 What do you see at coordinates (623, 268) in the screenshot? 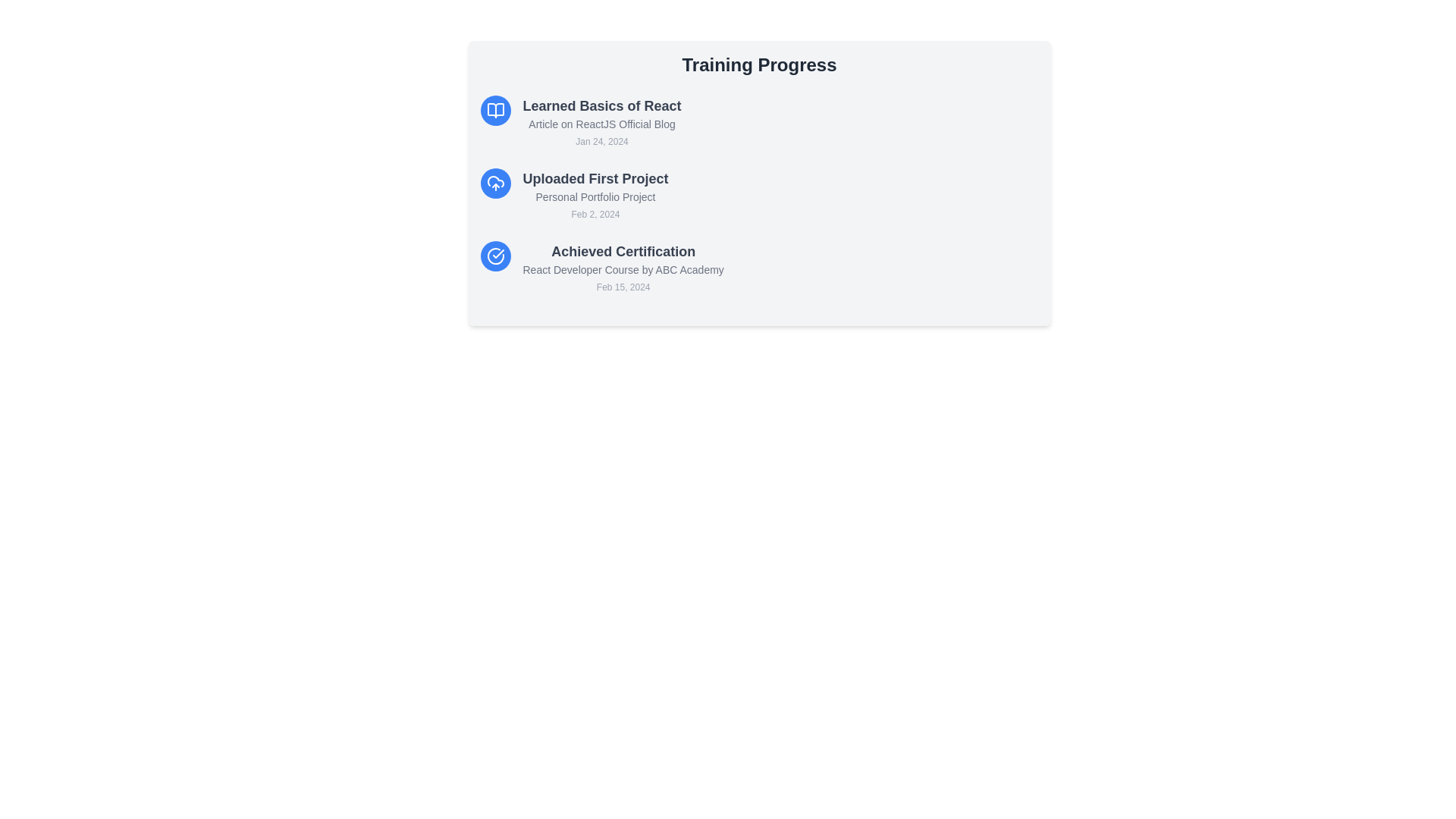
I see `the static information display that provides details about a certification, located as the third item in the 'Training Progress' card, below 'Learned Basics of React' and 'Uploaded First Project'` at bounding box center [623, 268].